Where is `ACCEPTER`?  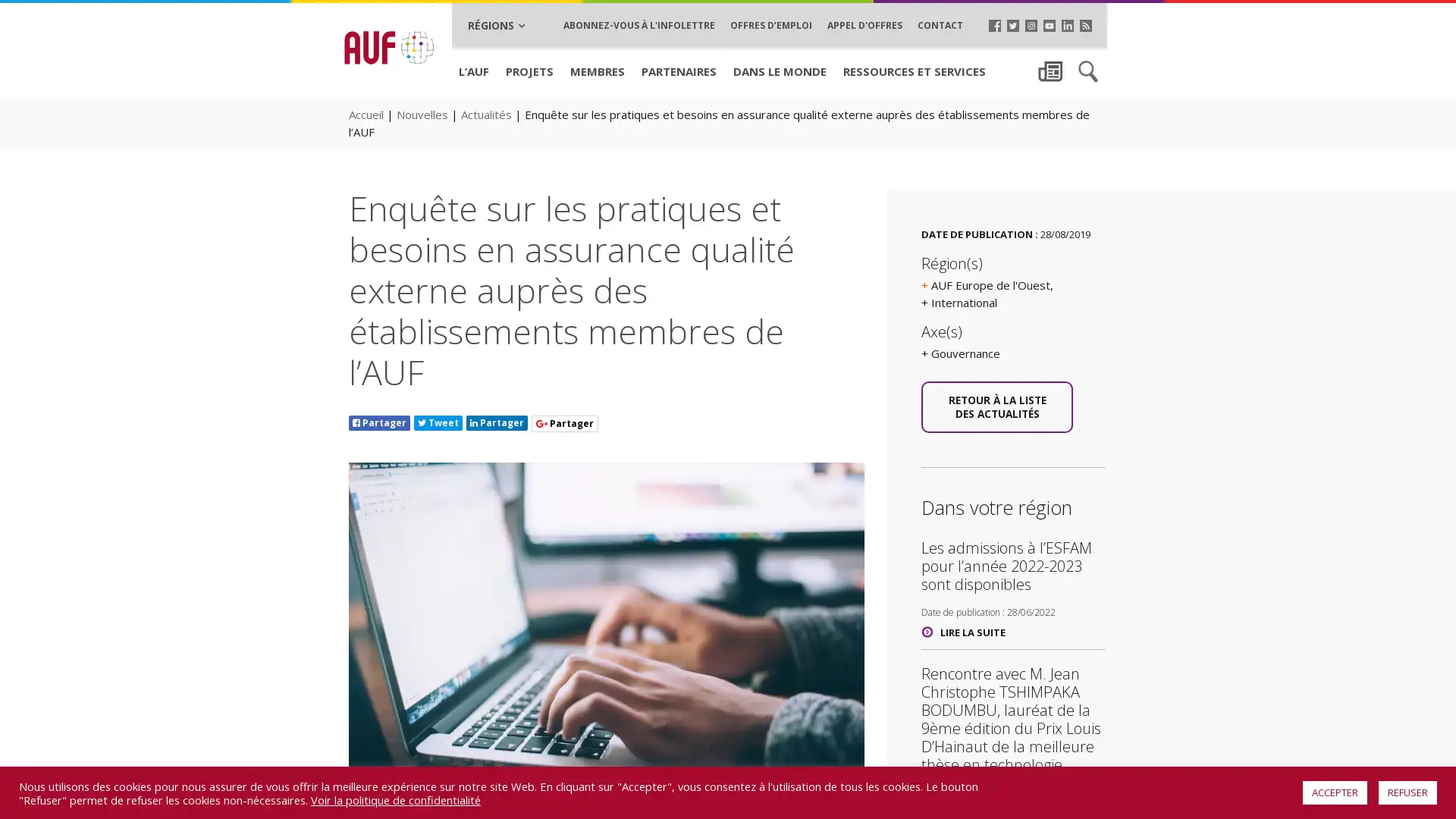 ACCEPTER is located at coordinates (1335, 792).